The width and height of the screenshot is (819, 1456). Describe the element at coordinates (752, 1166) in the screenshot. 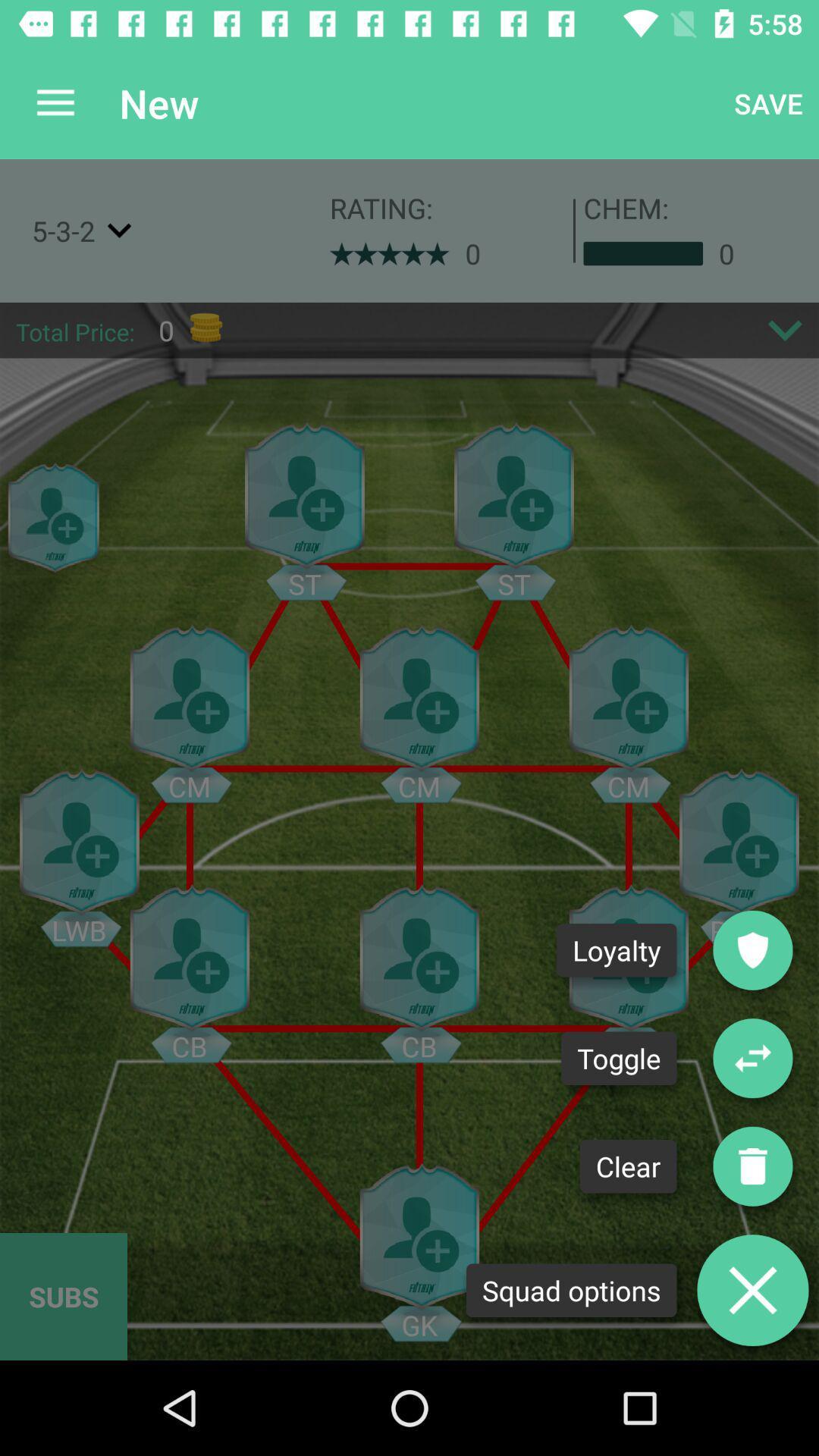

I see `the delete icon` at that location.